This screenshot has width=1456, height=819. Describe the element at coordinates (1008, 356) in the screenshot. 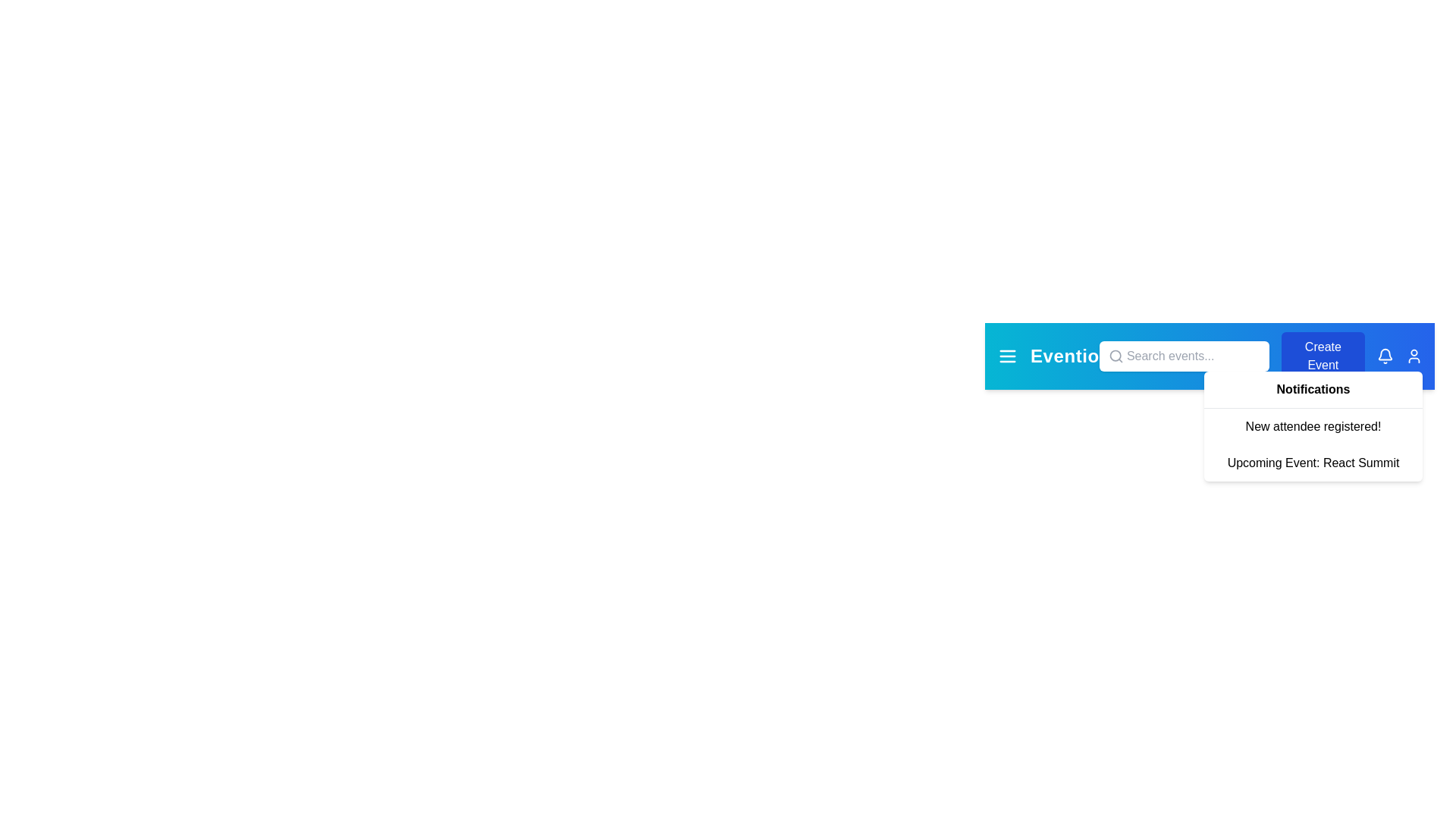

I see `the menu icon to open the menu options` at that location.